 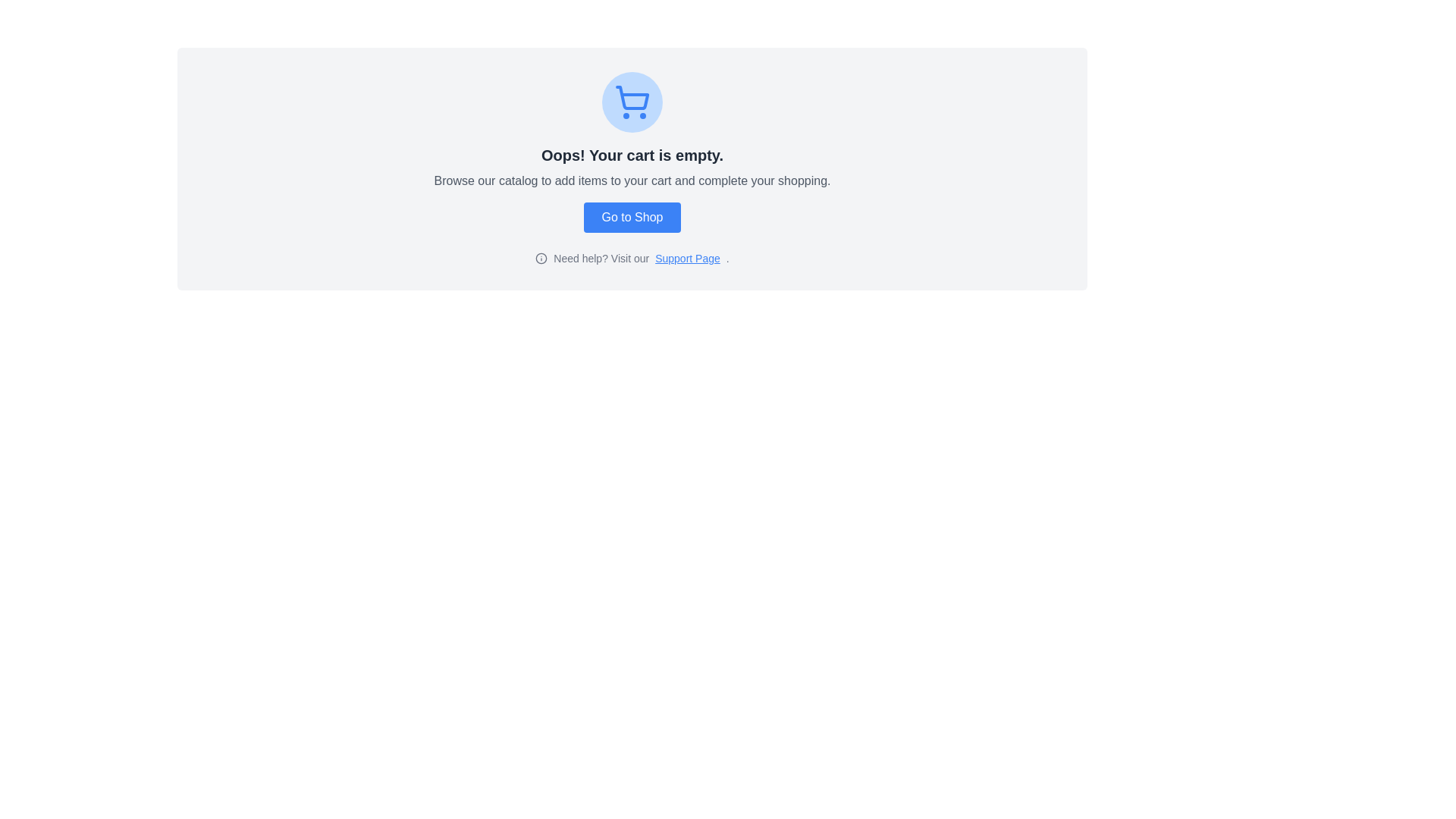 I want to click on the text label that displays the message 'Browse our catalog to add items to your cart and complete your shopping.' which is positioned below the title 'Oops! Your cart is empty.' and above the button 'Go to Shop', so click(x=632, y=180).